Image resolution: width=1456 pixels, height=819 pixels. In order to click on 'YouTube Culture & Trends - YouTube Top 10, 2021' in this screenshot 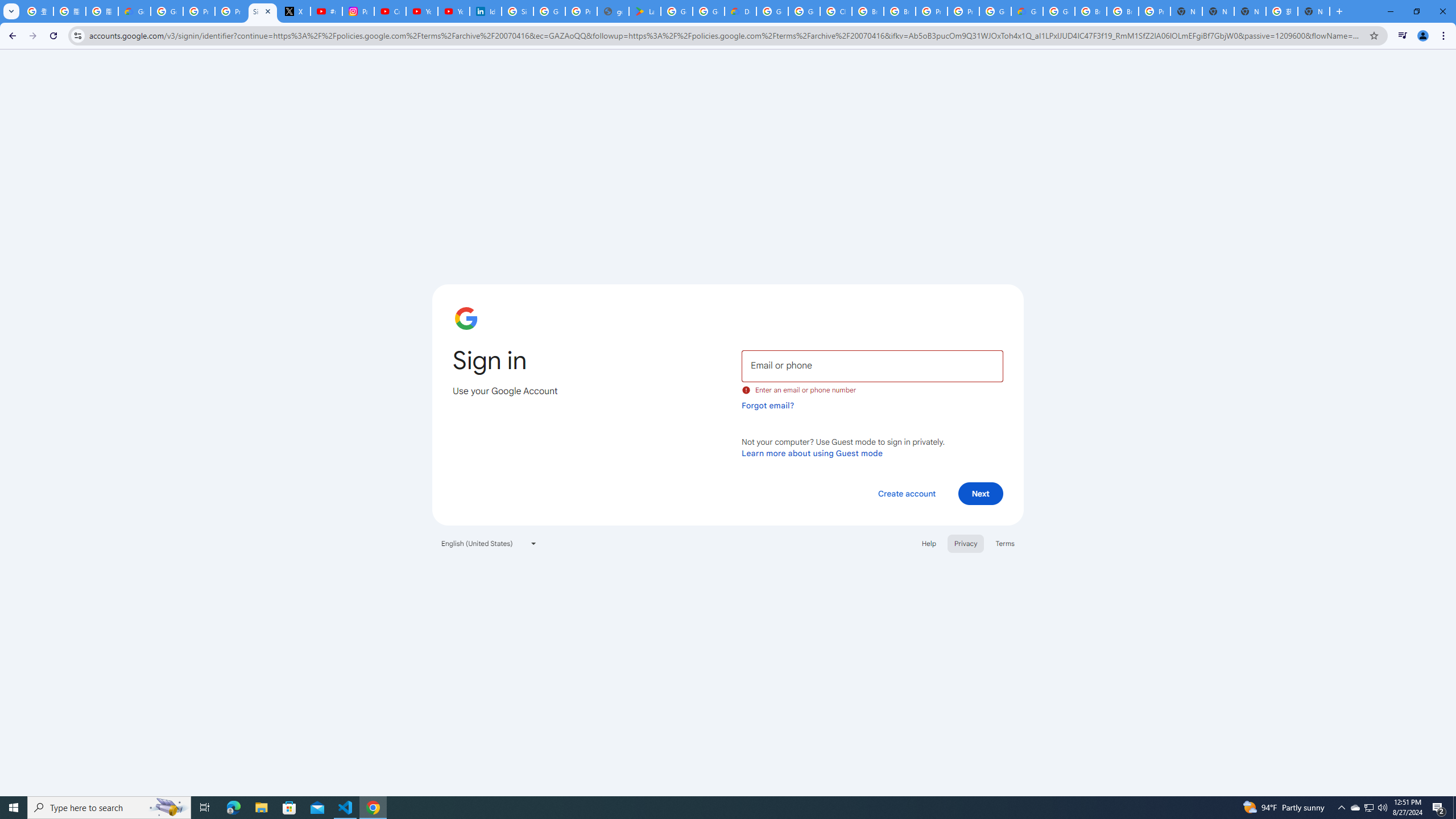, I will do `click(453, 11)`.